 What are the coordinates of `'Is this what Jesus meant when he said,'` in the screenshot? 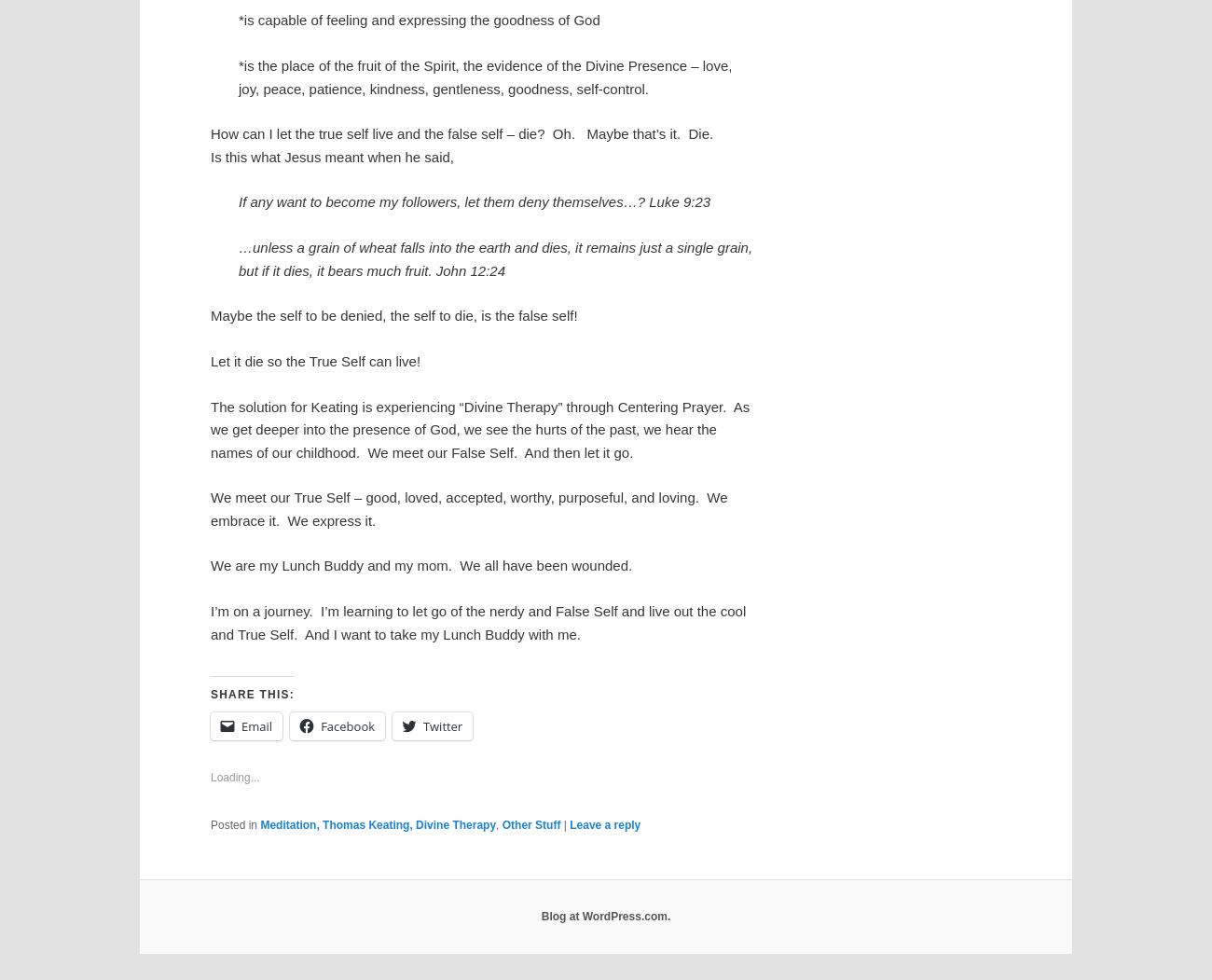 It's located at (330, 156).